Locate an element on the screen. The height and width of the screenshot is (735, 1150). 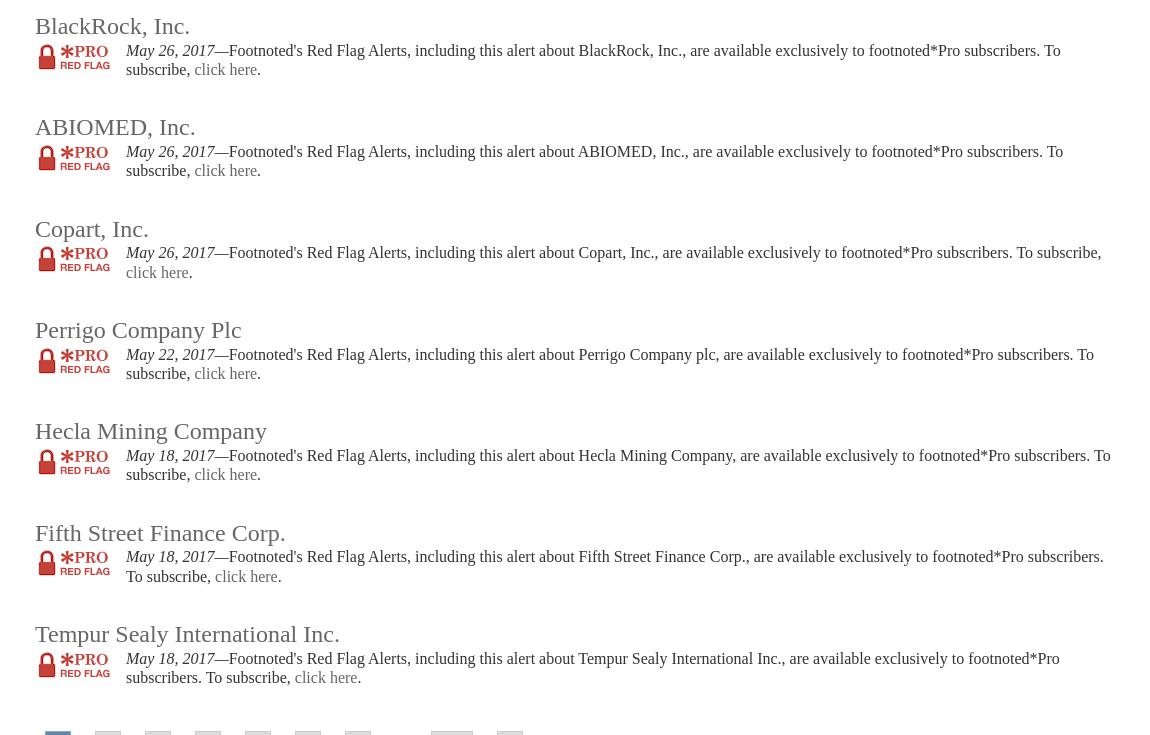
'Footnoted's Red Flag Alerts, including this alert about ABIOMED, Inc., are available exclusively to footnoted*Pro subscribers. To subscribe,' is located at coordinates (593, 160).